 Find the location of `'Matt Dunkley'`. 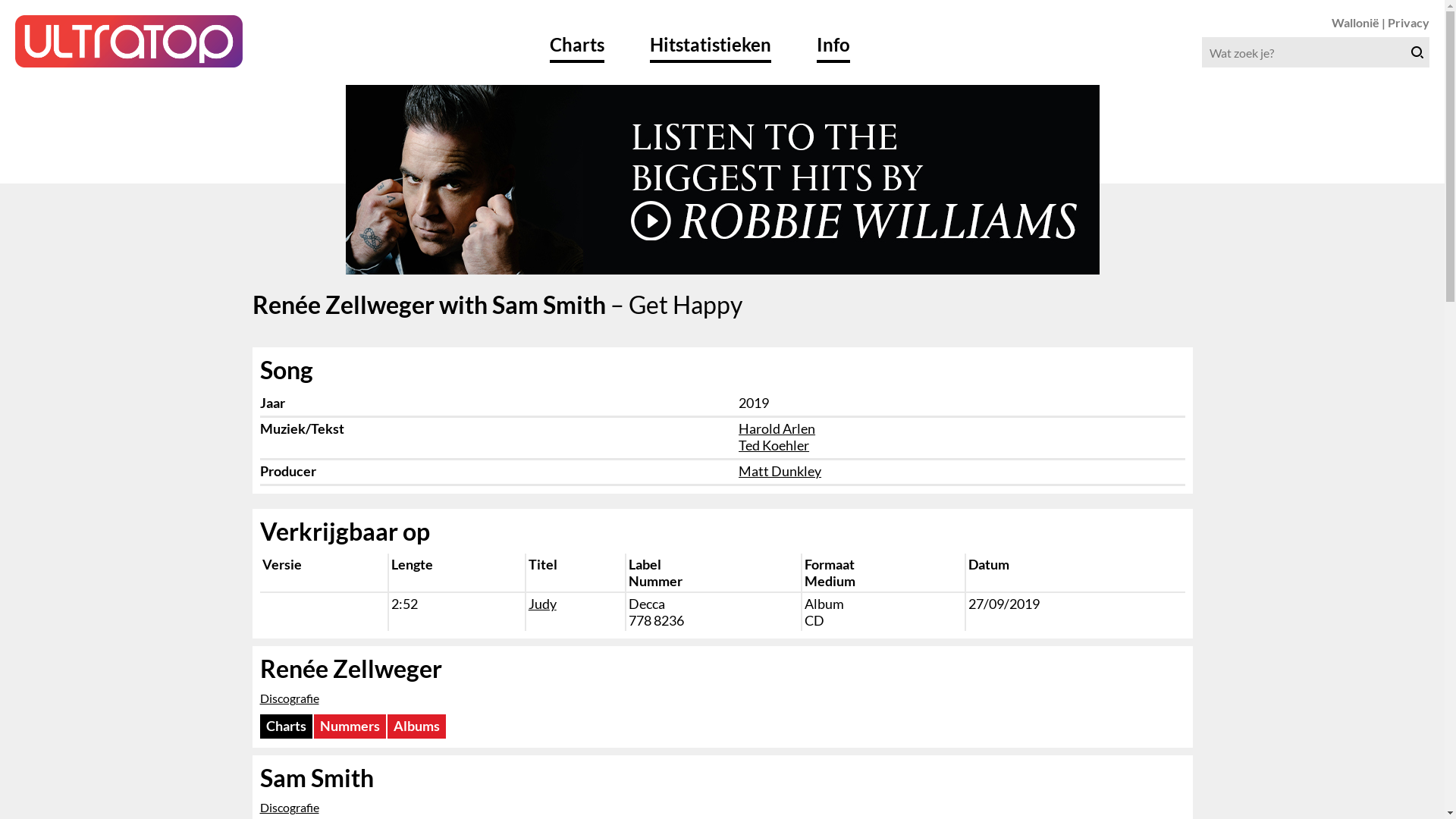

'Matt Dunkley' is located at coordinates (739, 470).